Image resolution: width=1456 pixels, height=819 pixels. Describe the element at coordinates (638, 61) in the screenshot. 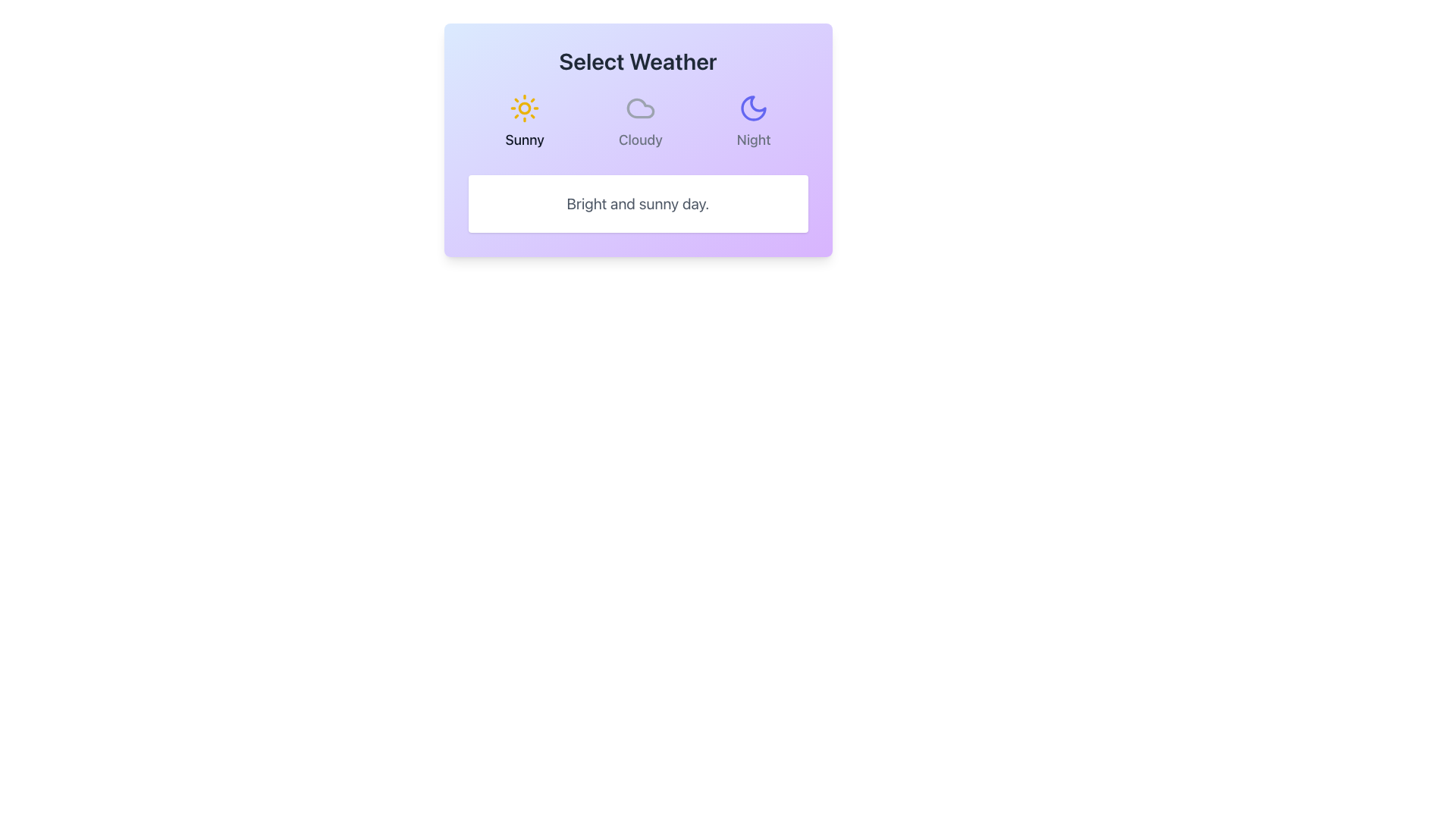

I see `the prominently styled text header labeled 'Select Weather', which is centrally aligned in a card-like panel and positioned above the weather options` at that location.